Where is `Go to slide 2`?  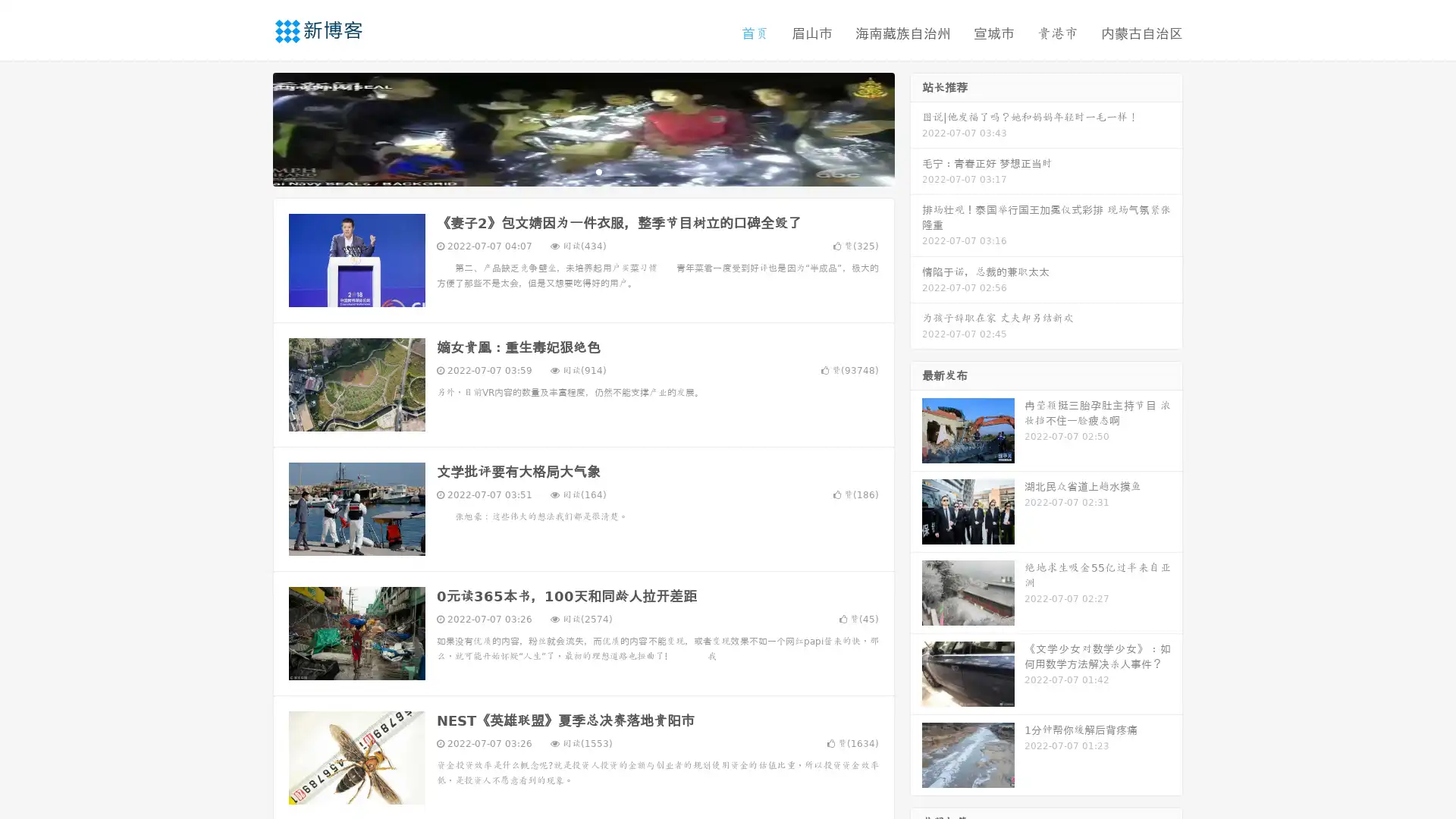 Go to slide 2 is located at coordinates (582, 171).